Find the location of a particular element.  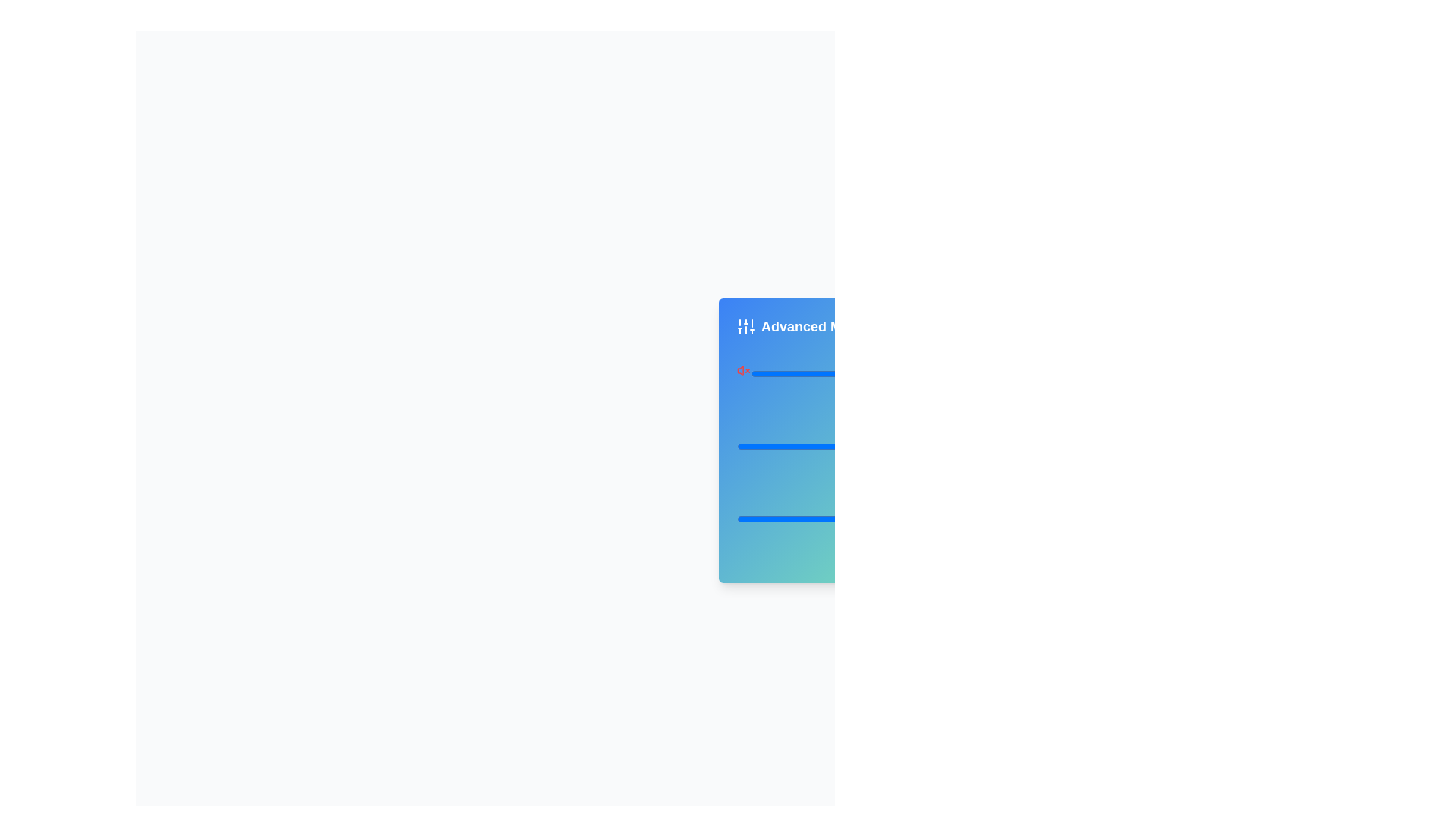

the slider value is located at coordinates (896, 368).